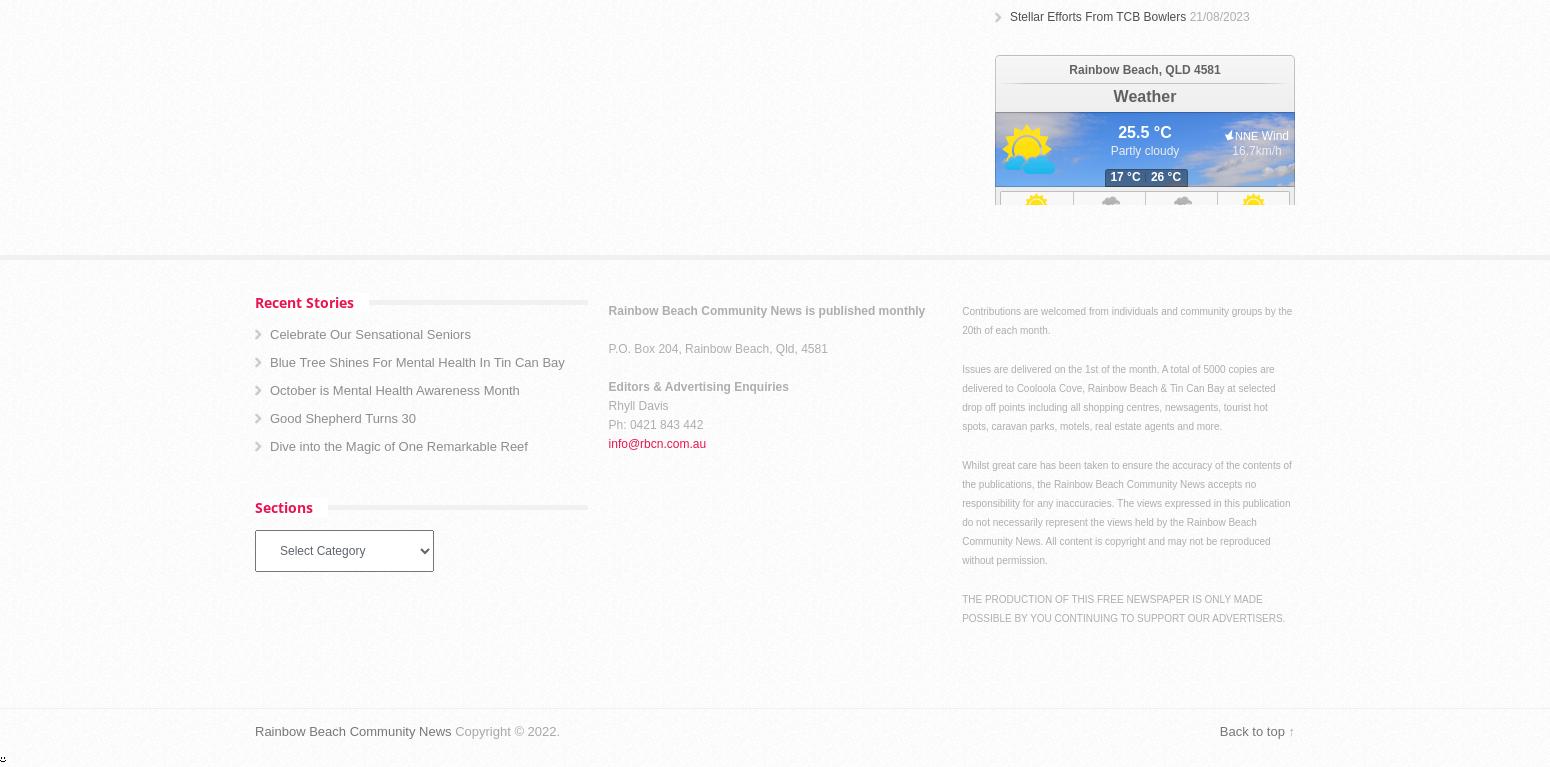 The image size is (1550, 767). I want to click on 'THE PRODUCTION OF THIS FREE NEWSPAPER IS ONLY MADE POSSIBLE BY YOU CONTINUING TO SUPPORT OUR ADVERTISERS.', so click(1122, 608).